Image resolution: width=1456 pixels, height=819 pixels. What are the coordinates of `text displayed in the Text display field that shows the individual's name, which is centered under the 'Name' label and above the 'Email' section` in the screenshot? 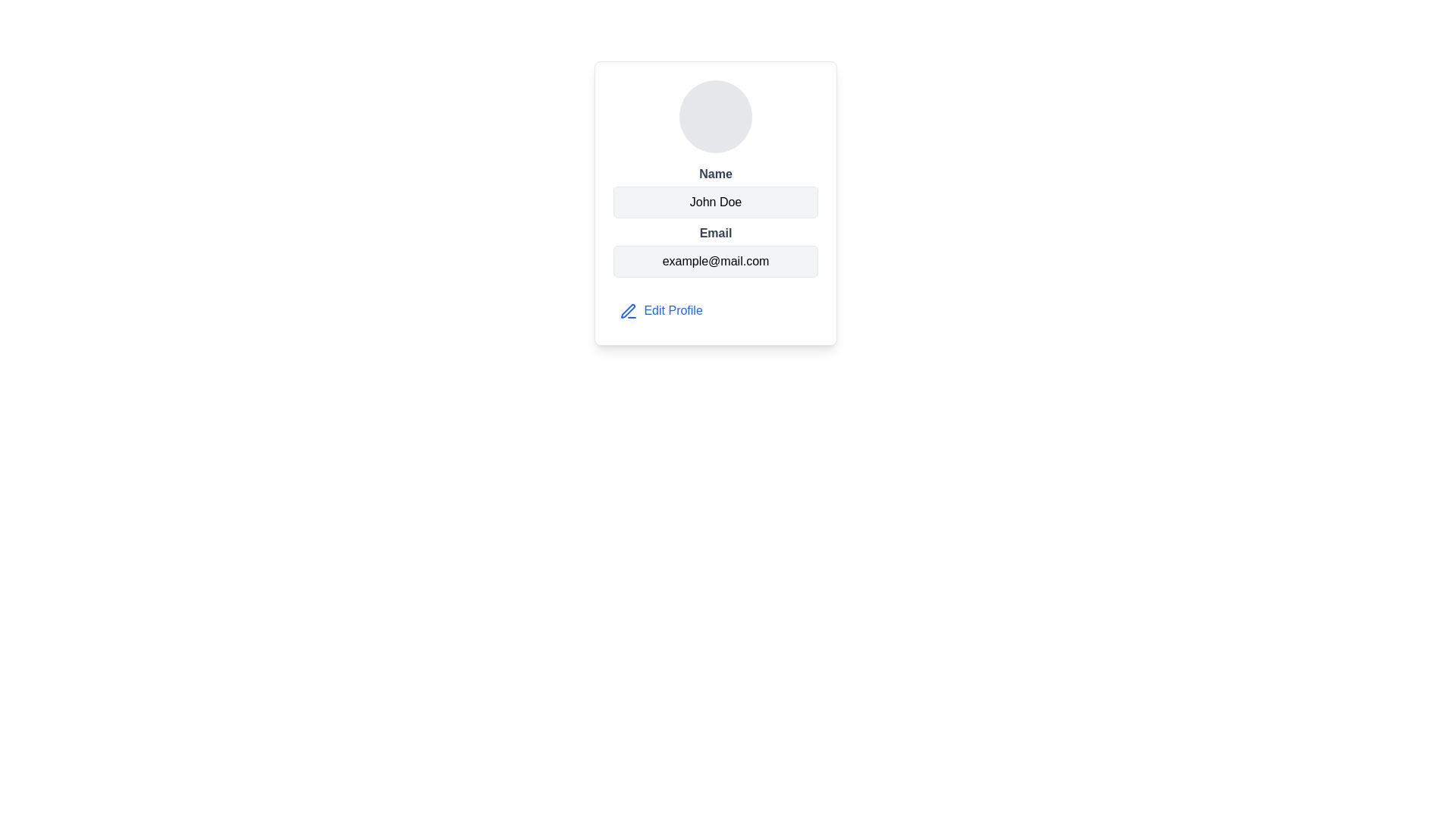 It's located at (715, 201).